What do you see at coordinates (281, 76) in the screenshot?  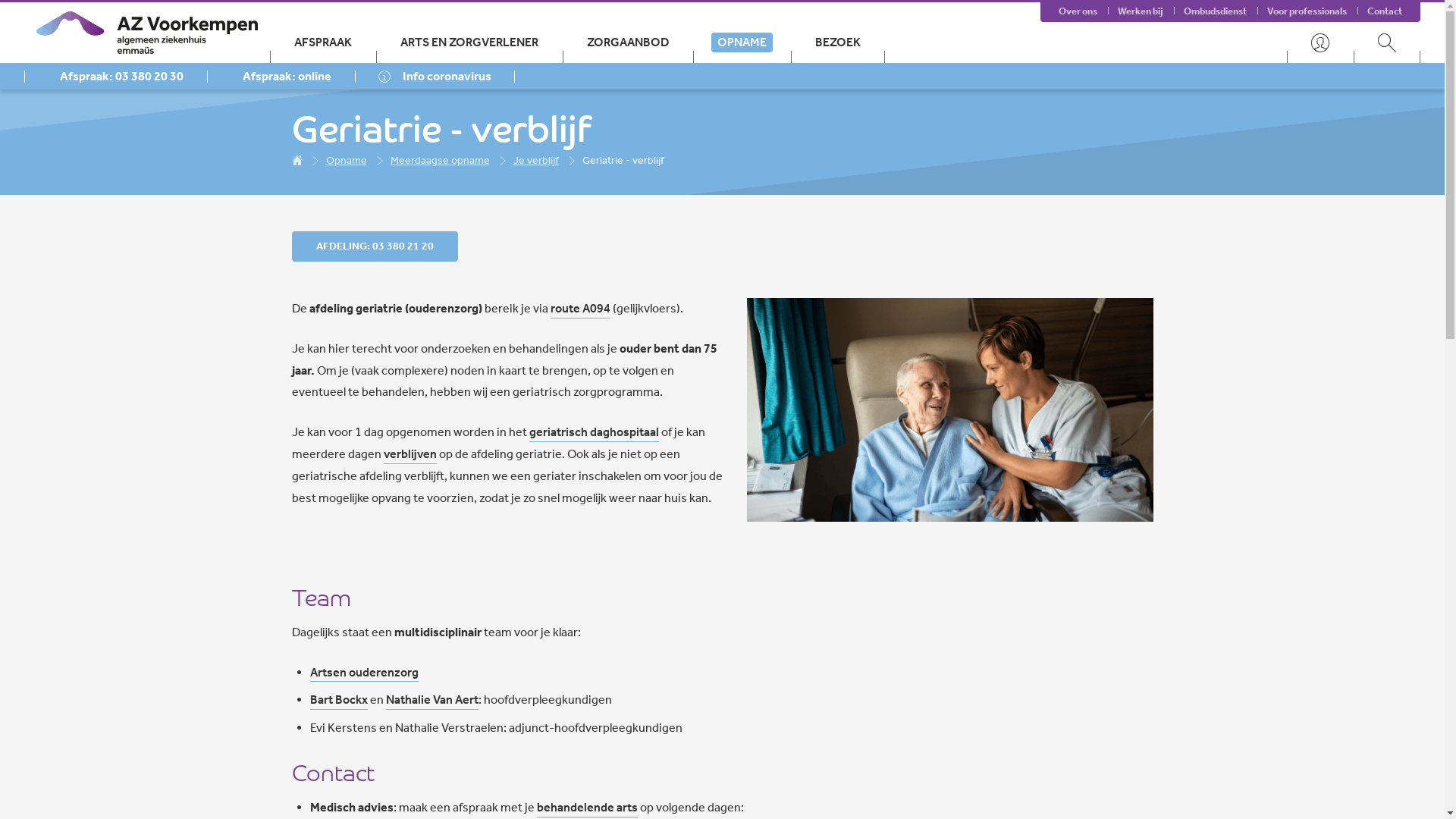 I see `'Afspraak: online'` at bounding box center [281, 76].